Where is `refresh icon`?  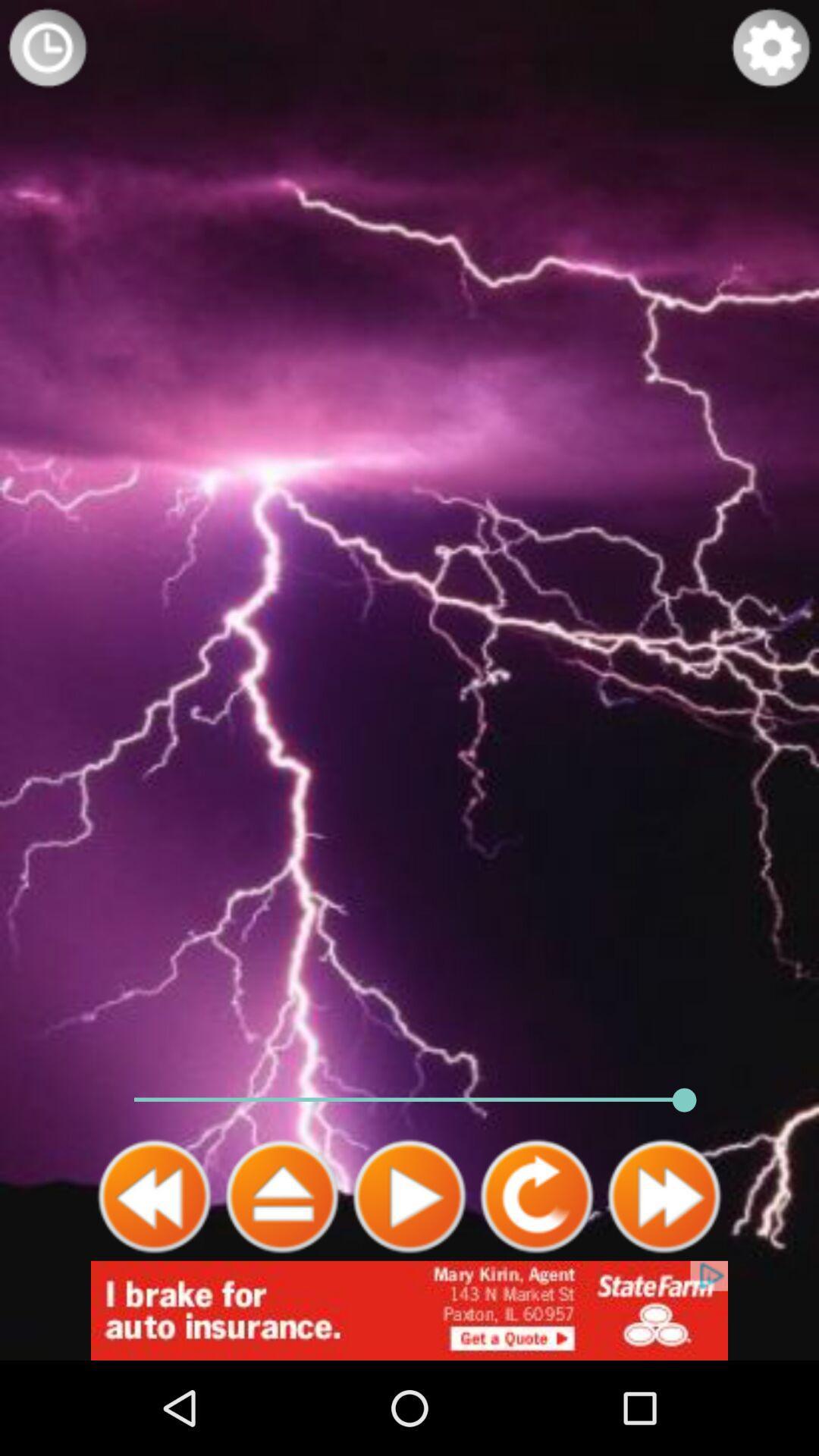 refresh icon is located at coordinates (536, 1196).